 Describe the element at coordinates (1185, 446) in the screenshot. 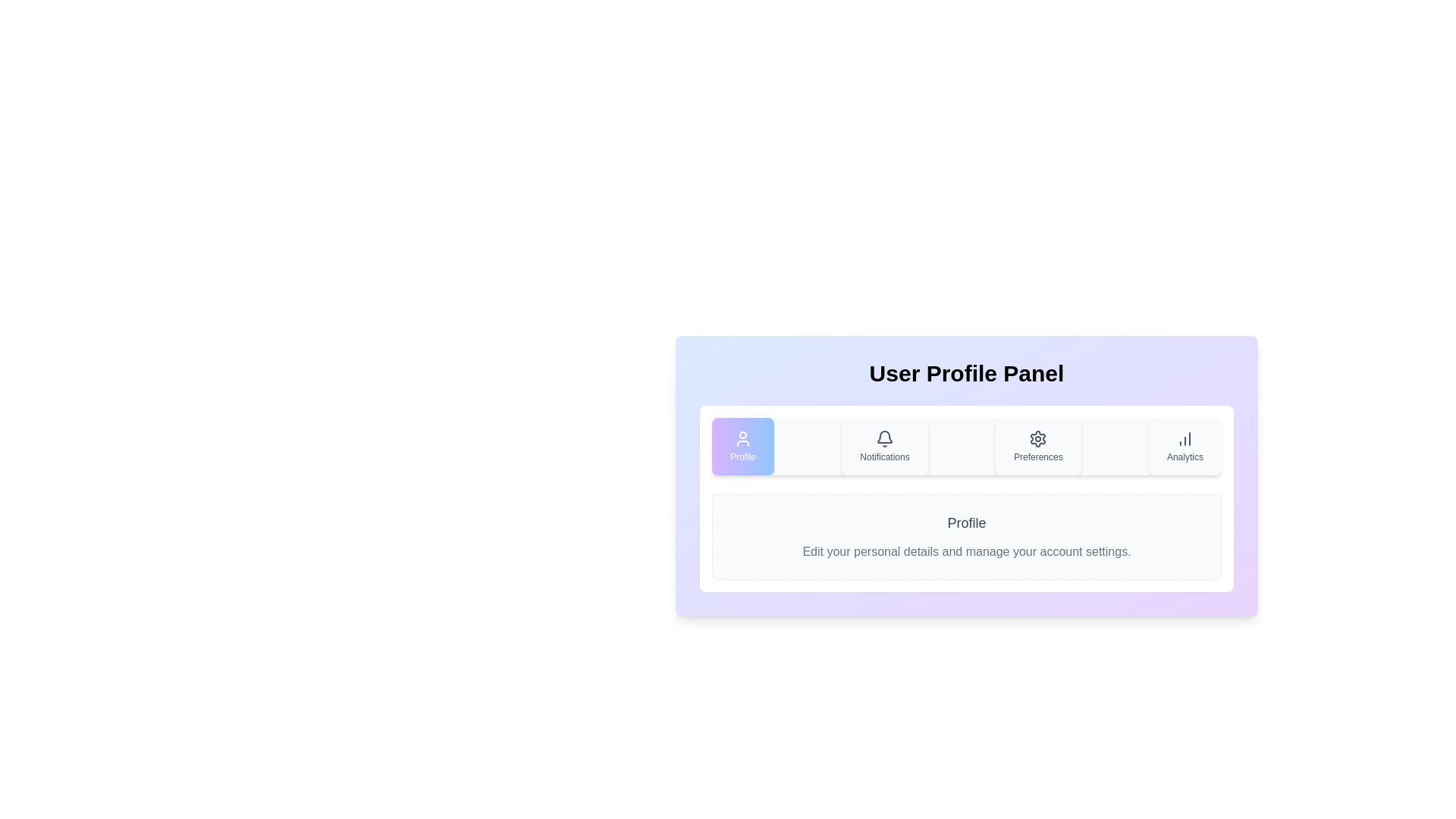

I see `the tab labeled Analytics to preview its interactive effect` at that location.